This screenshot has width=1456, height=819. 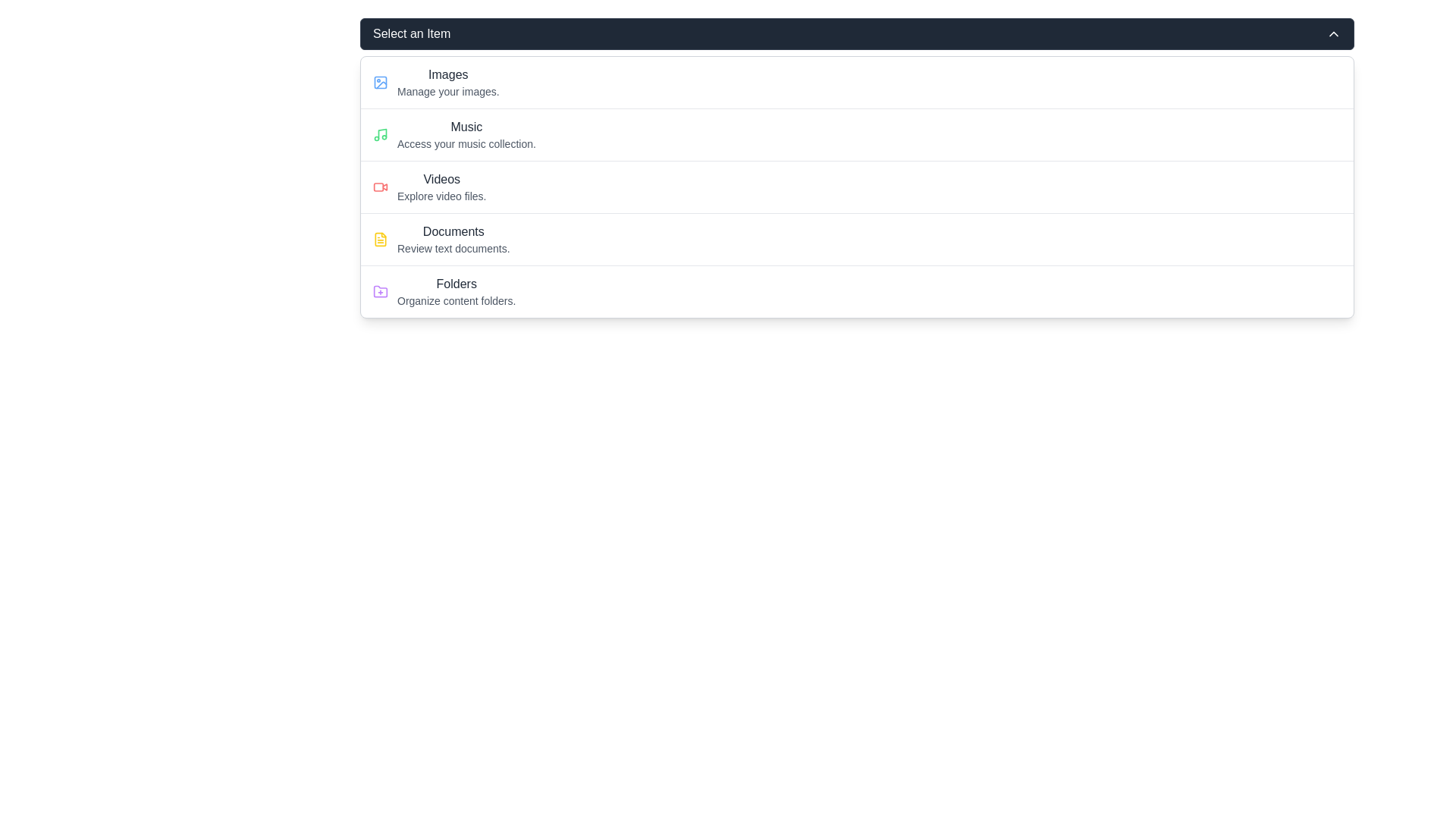 I want to click on static text label providing additional descriptive information about the 'Videos' option, positioned below the bolded 'Videos' heading, so click(x=441, y=195).